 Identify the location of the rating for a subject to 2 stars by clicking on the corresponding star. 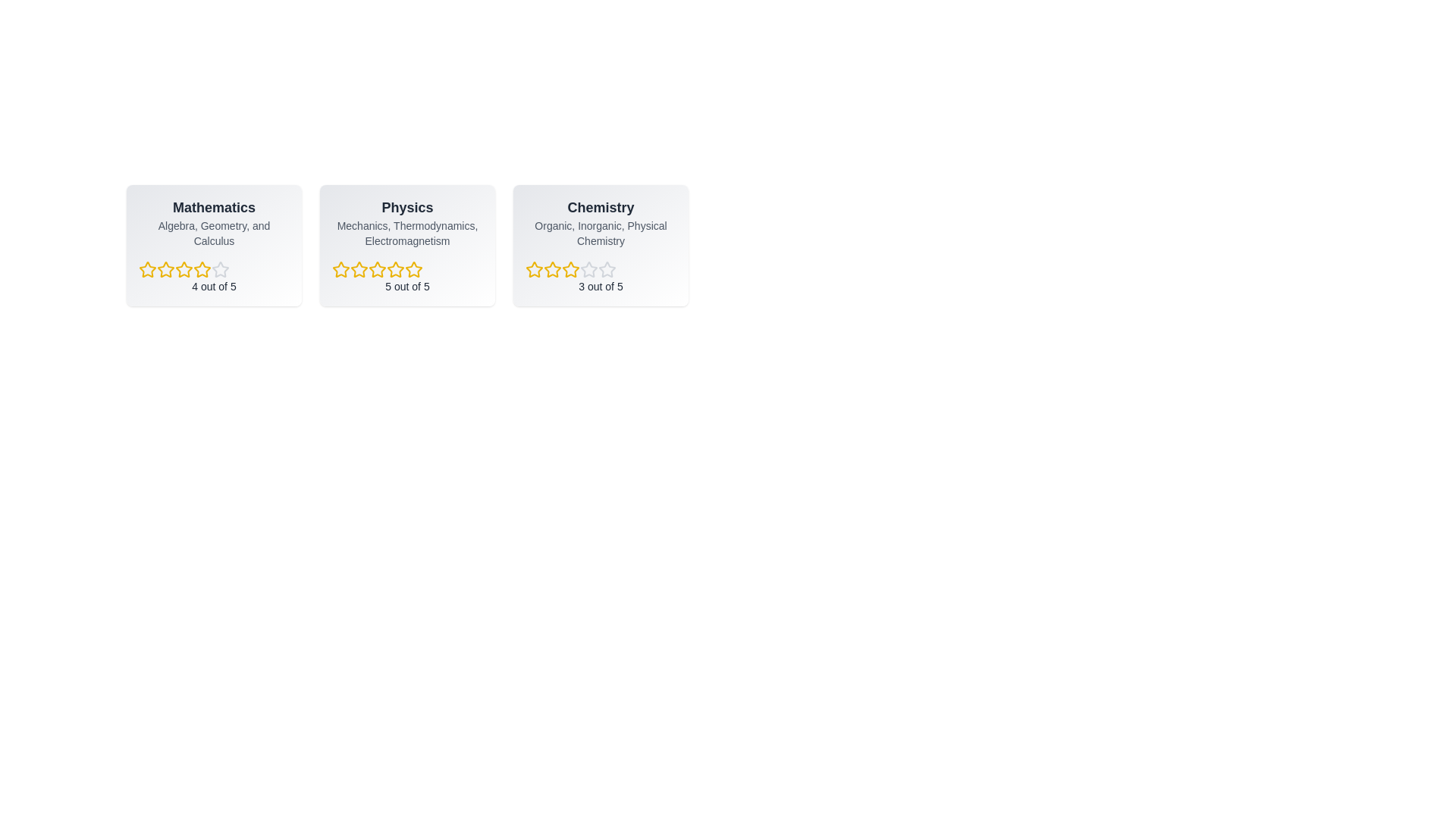
(166, 268).